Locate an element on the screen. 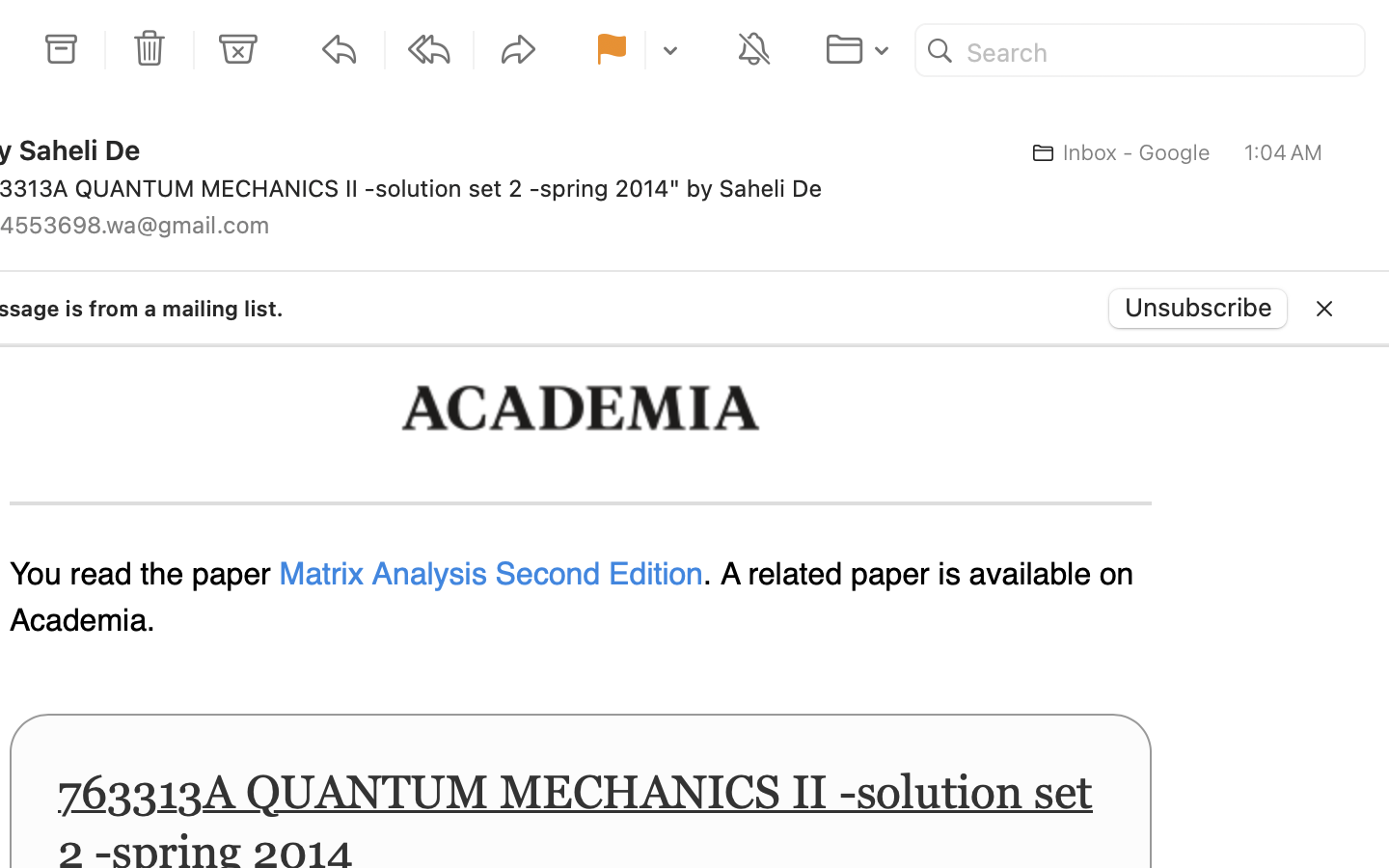 Image resolution: width=1389 pixels, height=868 pixels. '1:04 AM' is located at coordinates (1282, 152).